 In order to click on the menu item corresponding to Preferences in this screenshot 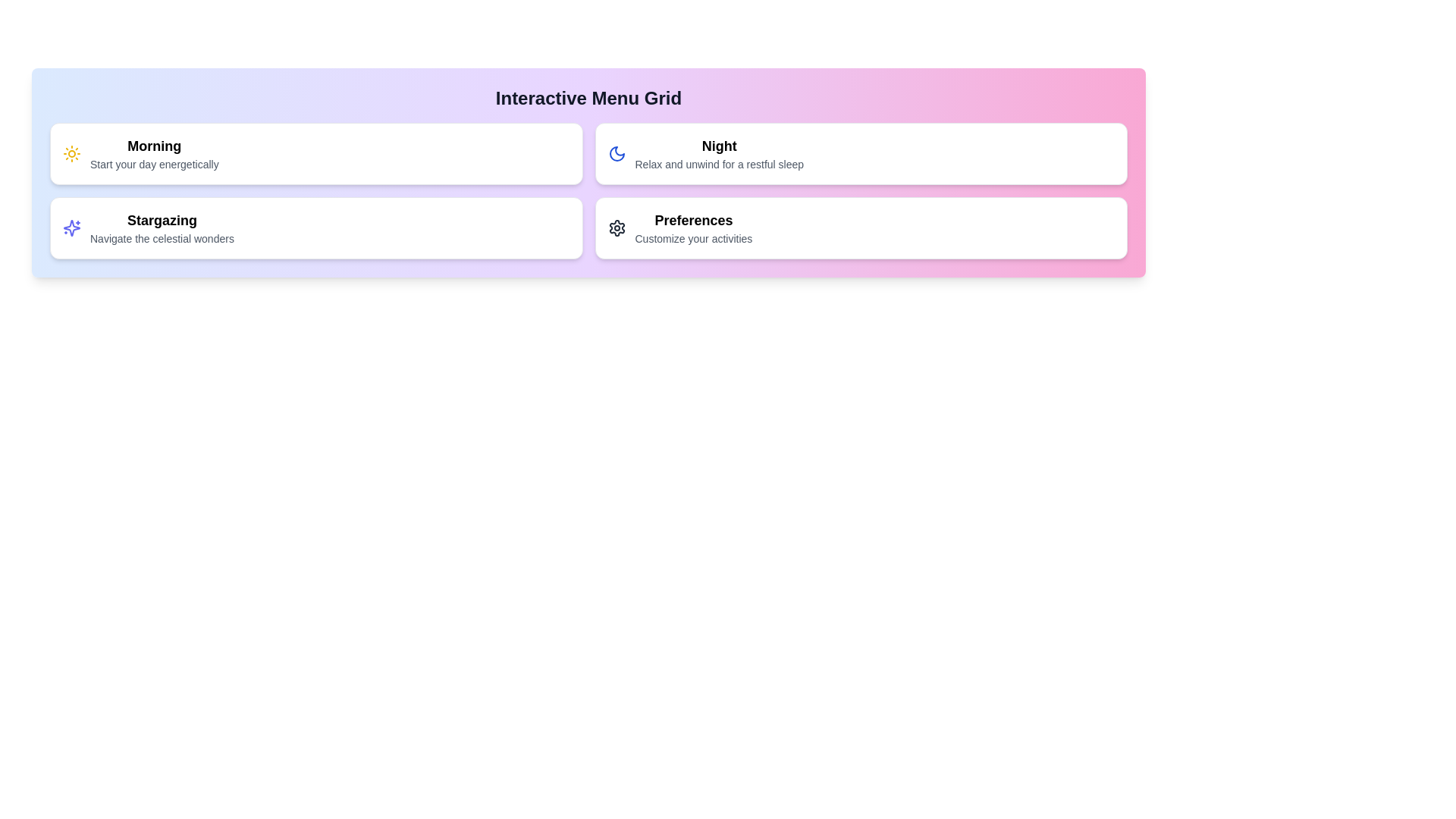, I will do `click(861, 227)`.